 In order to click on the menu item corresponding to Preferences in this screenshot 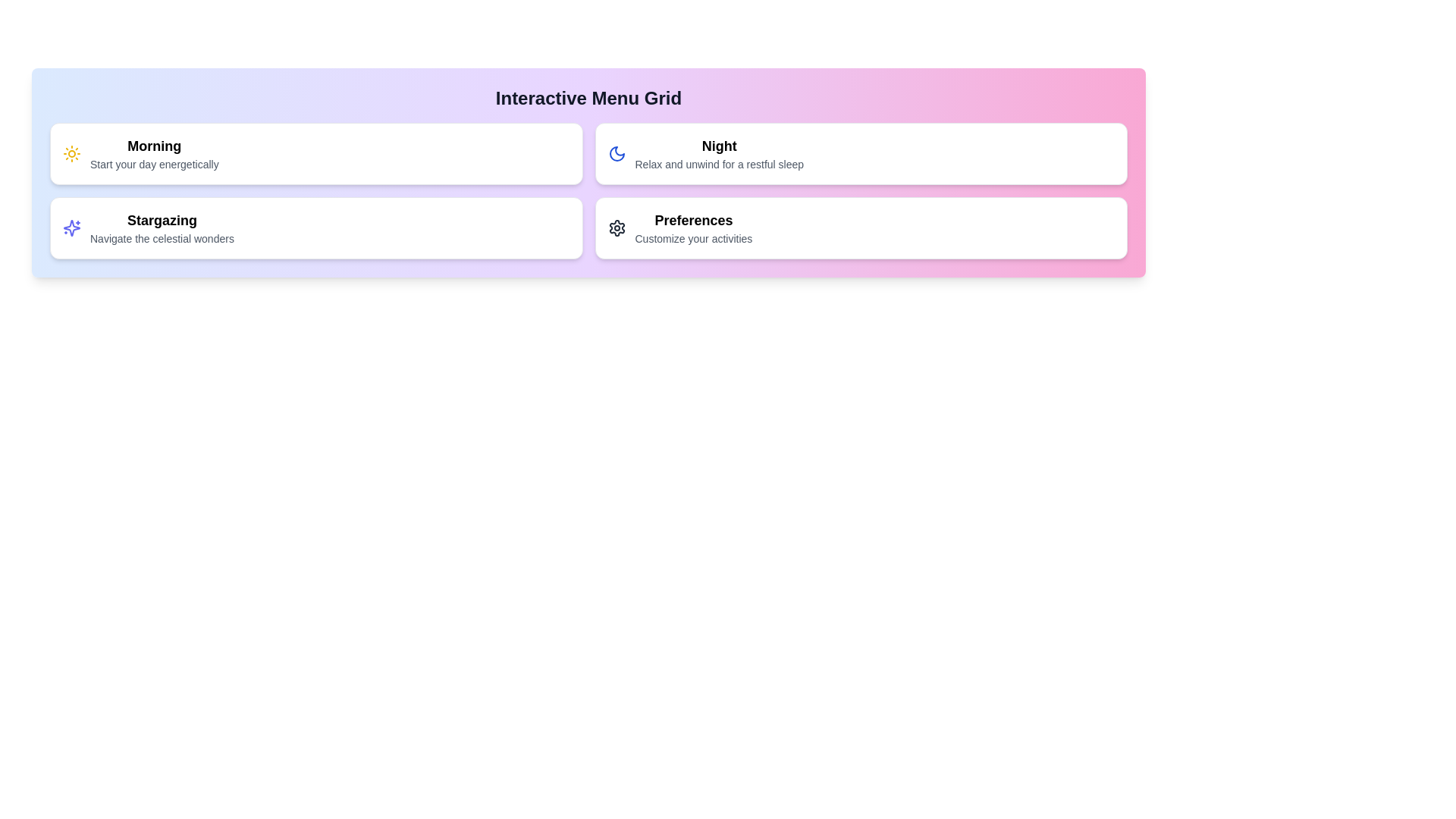, I will do `click(861, 227)`.